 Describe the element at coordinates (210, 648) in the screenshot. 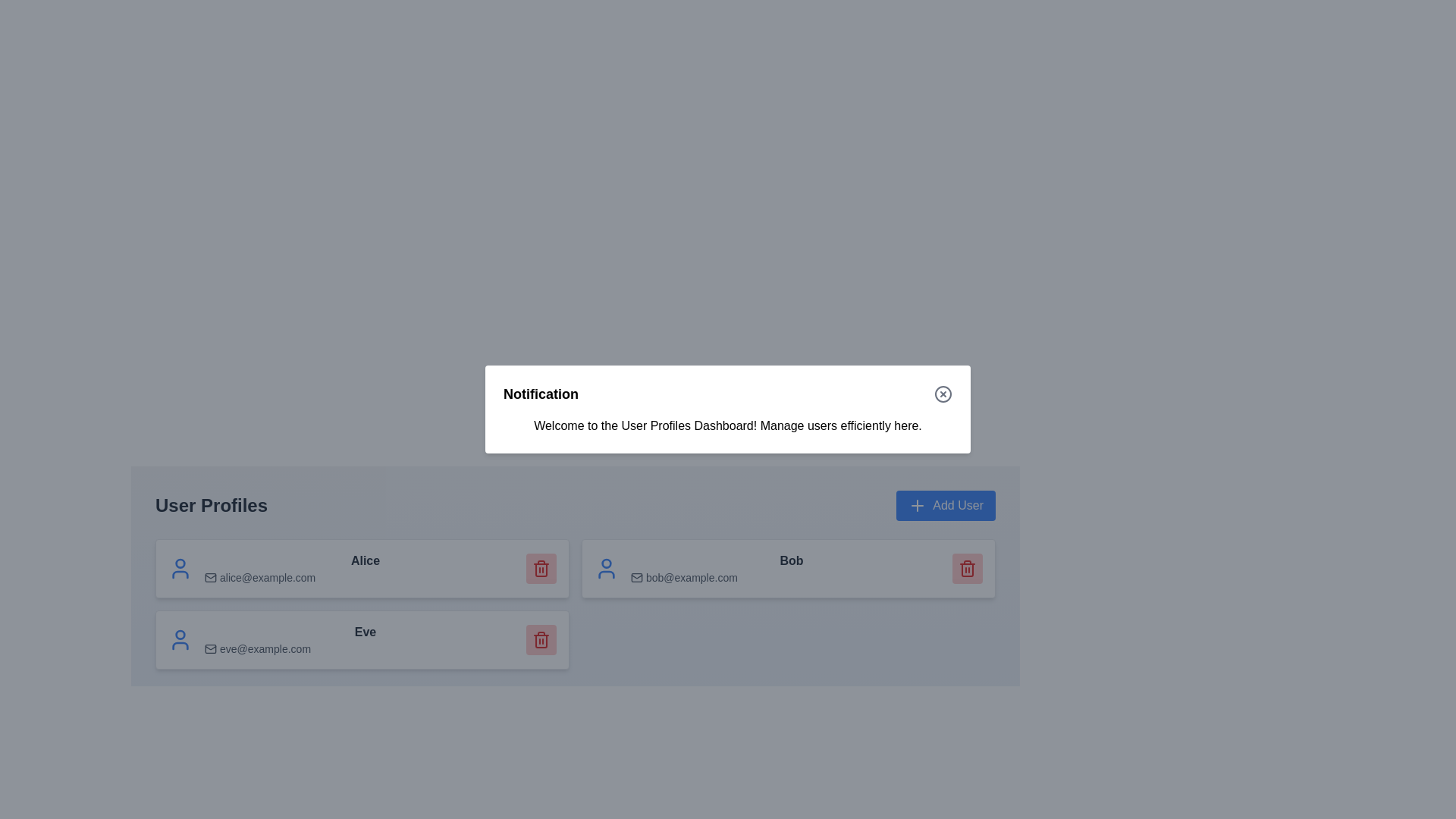

I see `the email icon located to the left of the 'eve@example.com' text in the 'User Profiles' section, which serves as a visual cue for the email address` at that location.